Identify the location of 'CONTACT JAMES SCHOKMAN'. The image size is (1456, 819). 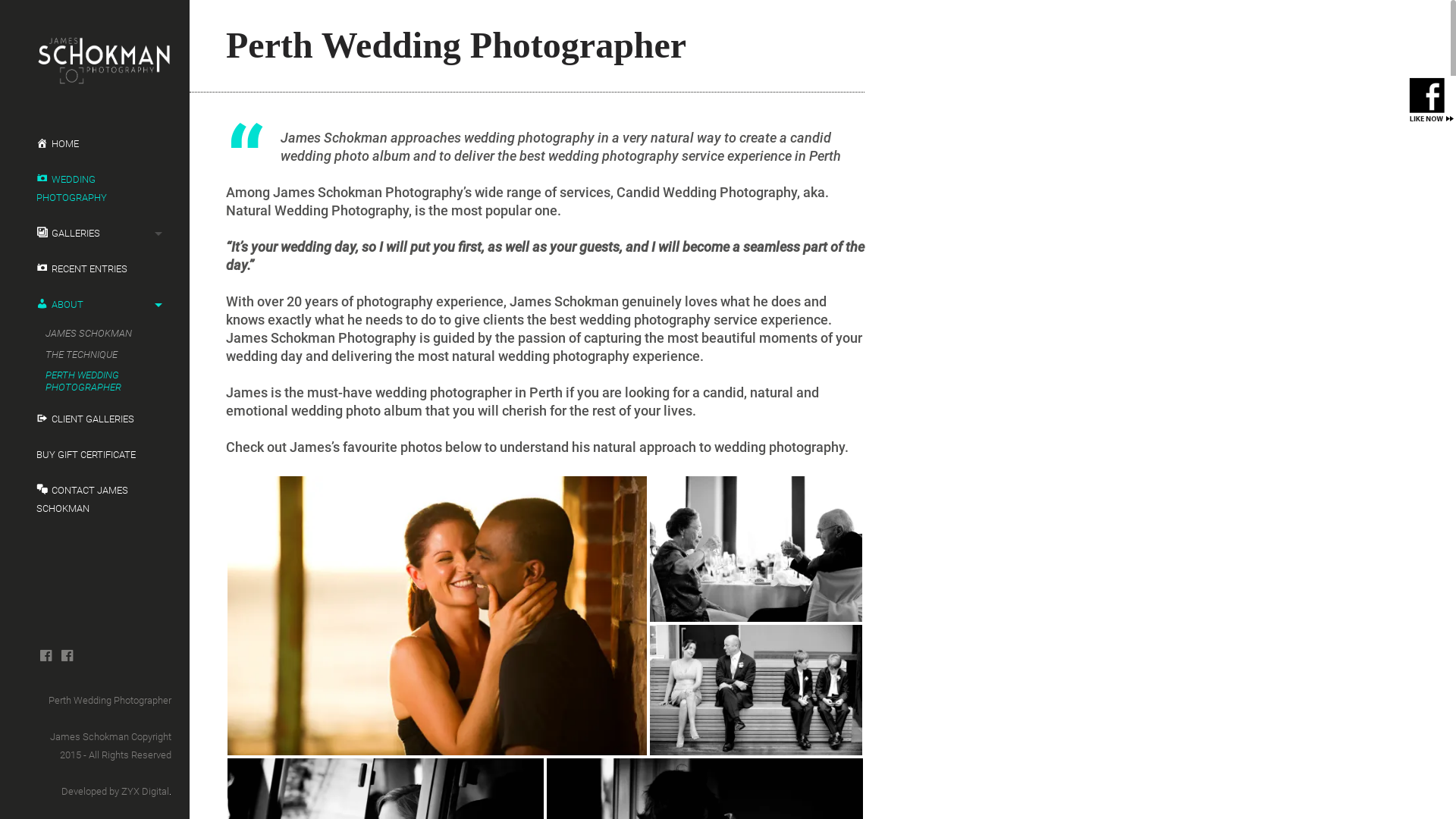
(93, 500).